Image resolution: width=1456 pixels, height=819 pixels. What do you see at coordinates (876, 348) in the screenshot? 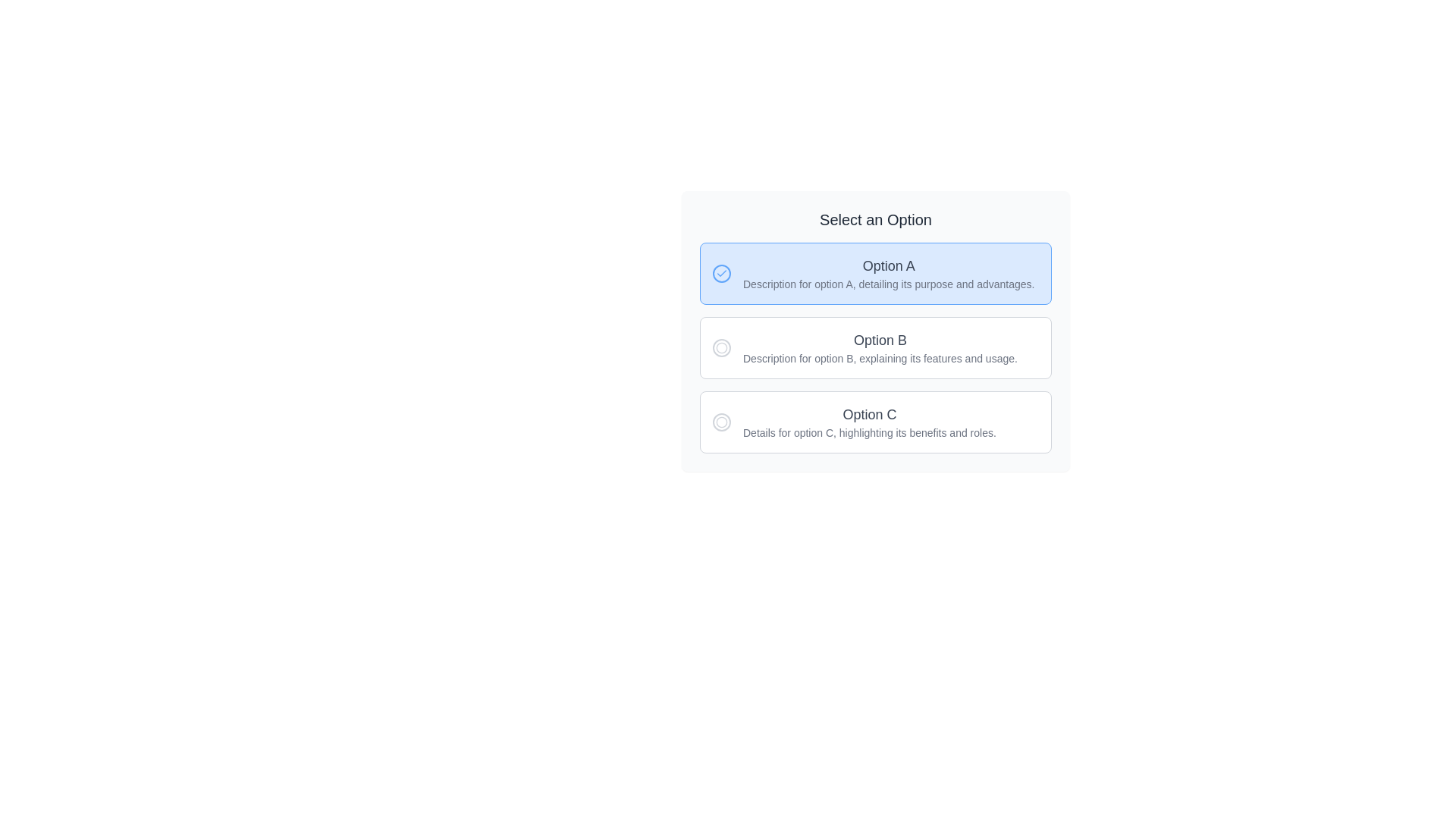
I see `the selectable option labeled 'Option B'` at bounding box center [876, 348].